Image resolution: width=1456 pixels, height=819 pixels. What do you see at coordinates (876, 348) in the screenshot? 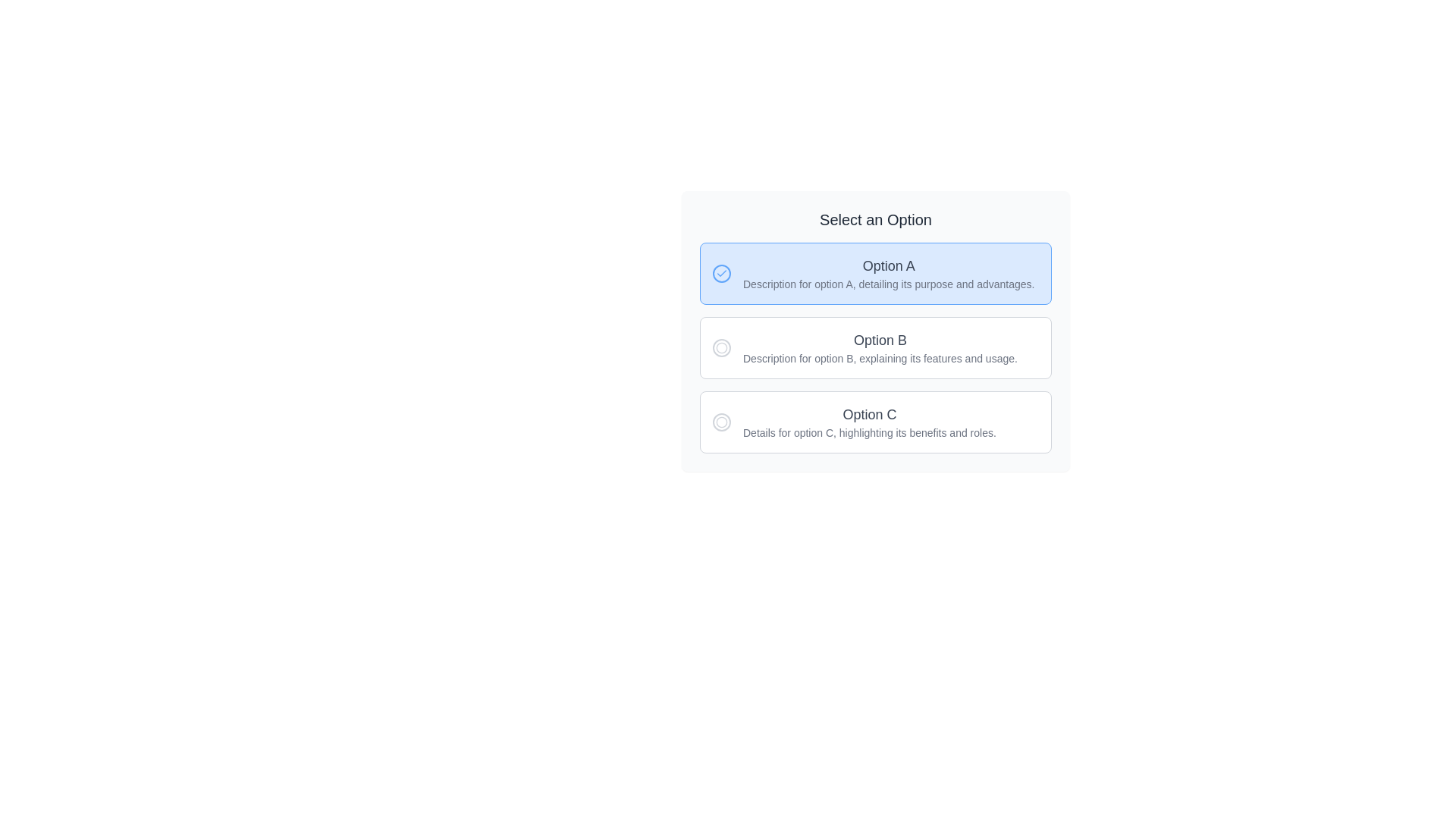
I see `the selectable option labeled 'Option B'` at bounding box center [876, 348].